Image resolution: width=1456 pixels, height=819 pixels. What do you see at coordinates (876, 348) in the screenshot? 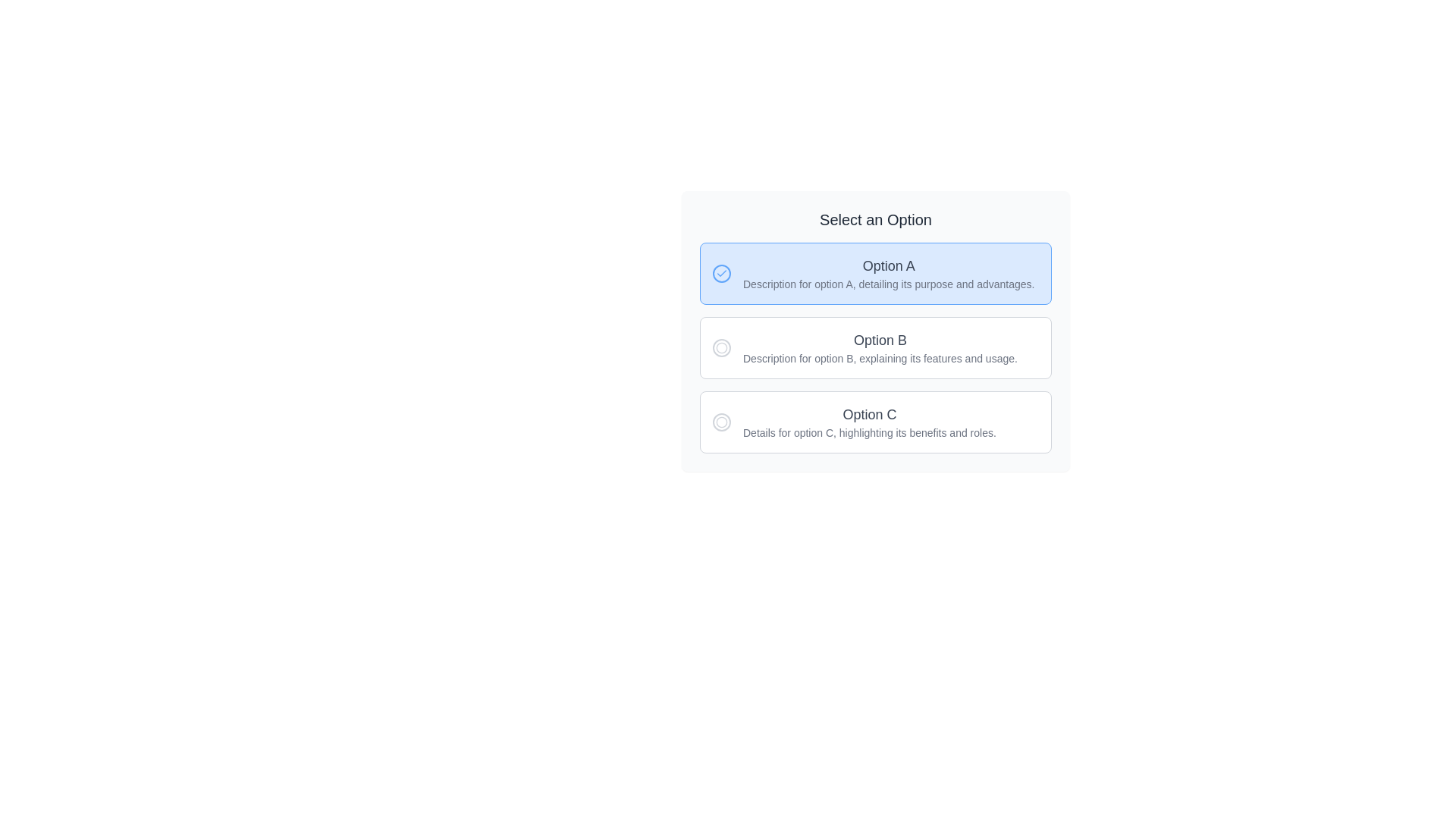
I see `the selectable option labeled 'Option B'` at bounding box center [876, 348].